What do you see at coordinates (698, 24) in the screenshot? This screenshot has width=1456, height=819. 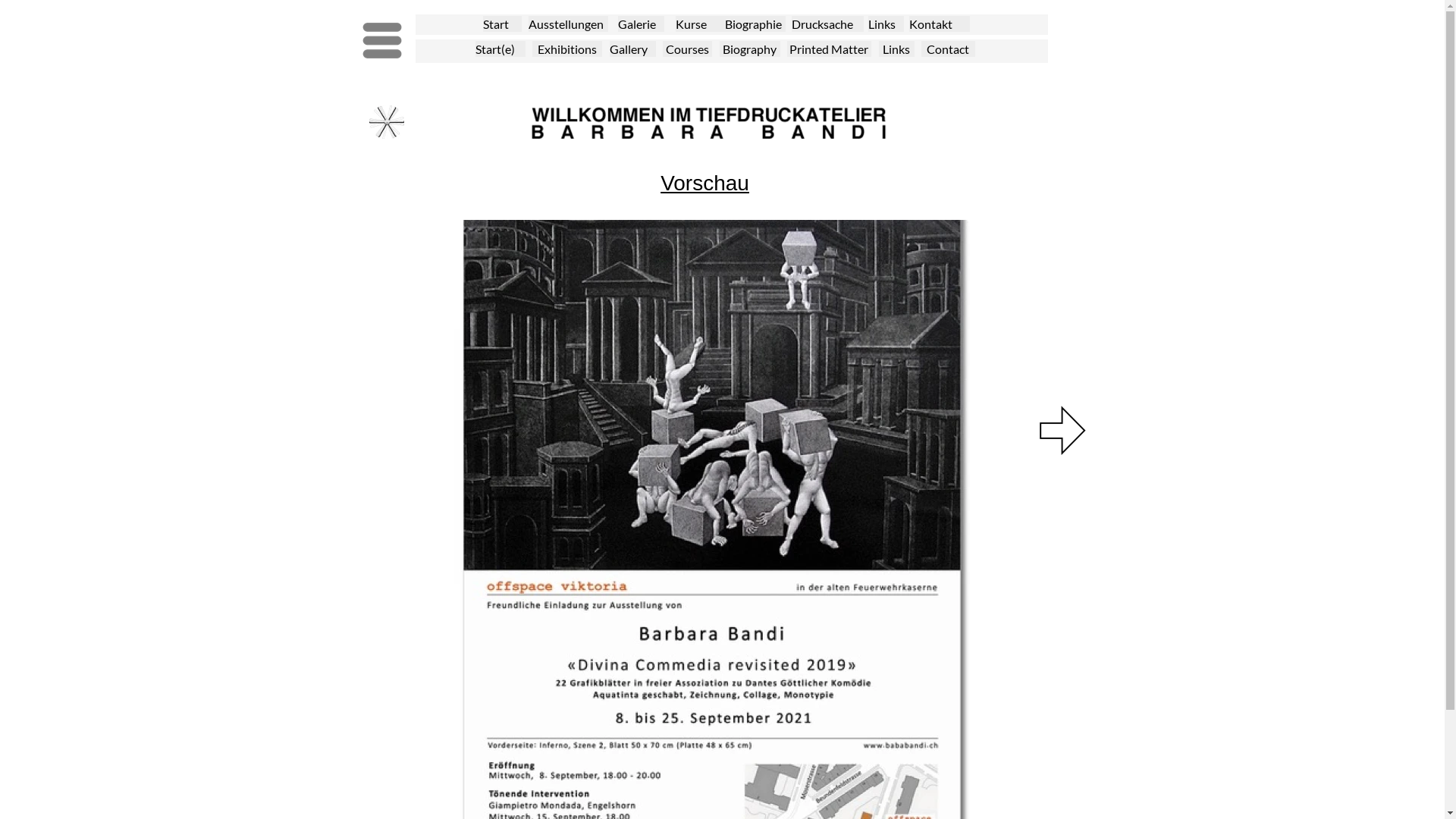 I see `'Kurse'` at bounding box center [698, 24].